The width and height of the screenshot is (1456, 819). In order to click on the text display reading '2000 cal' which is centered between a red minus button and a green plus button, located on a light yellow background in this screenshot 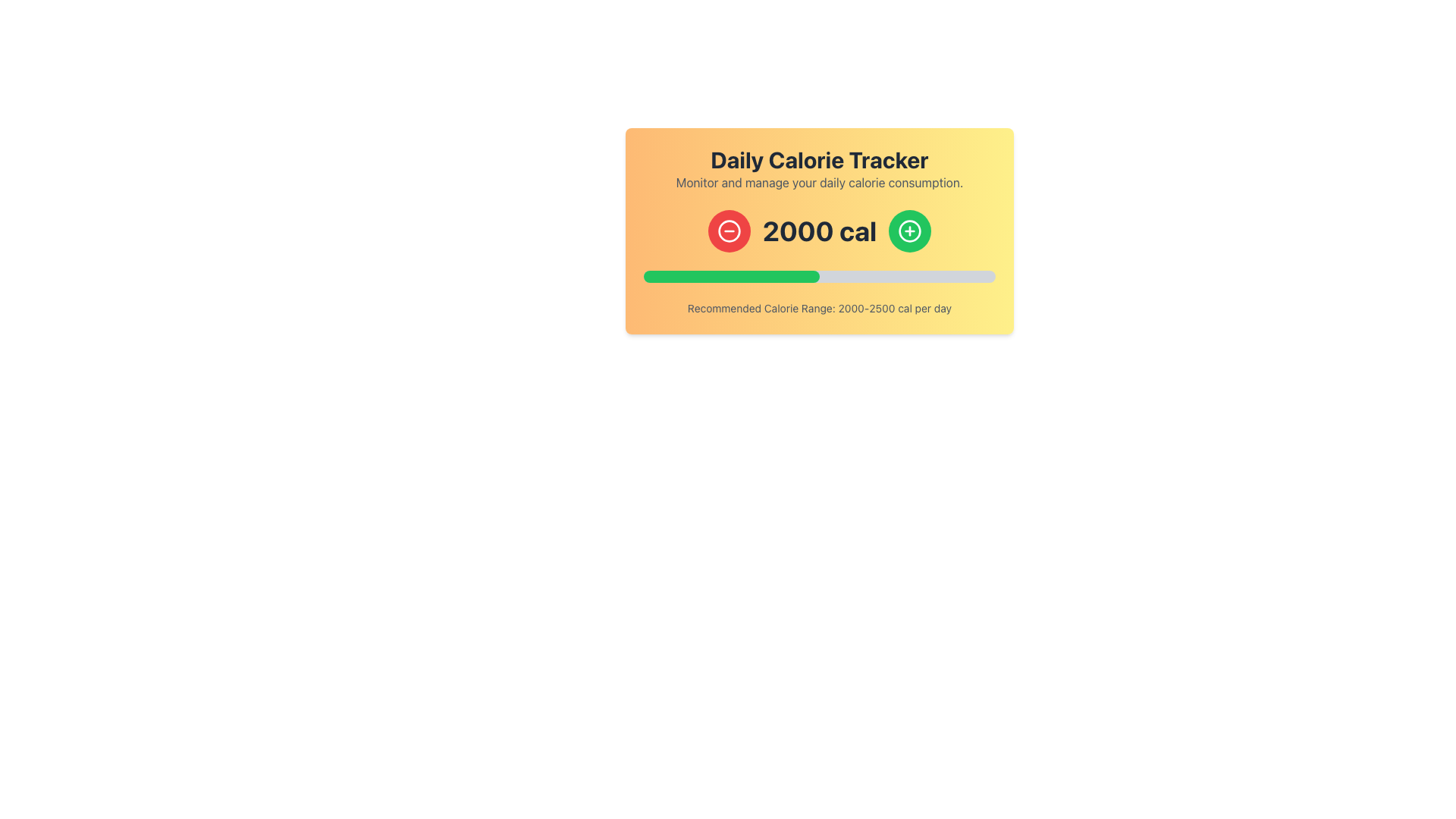, I will do `click(818, 231)`.